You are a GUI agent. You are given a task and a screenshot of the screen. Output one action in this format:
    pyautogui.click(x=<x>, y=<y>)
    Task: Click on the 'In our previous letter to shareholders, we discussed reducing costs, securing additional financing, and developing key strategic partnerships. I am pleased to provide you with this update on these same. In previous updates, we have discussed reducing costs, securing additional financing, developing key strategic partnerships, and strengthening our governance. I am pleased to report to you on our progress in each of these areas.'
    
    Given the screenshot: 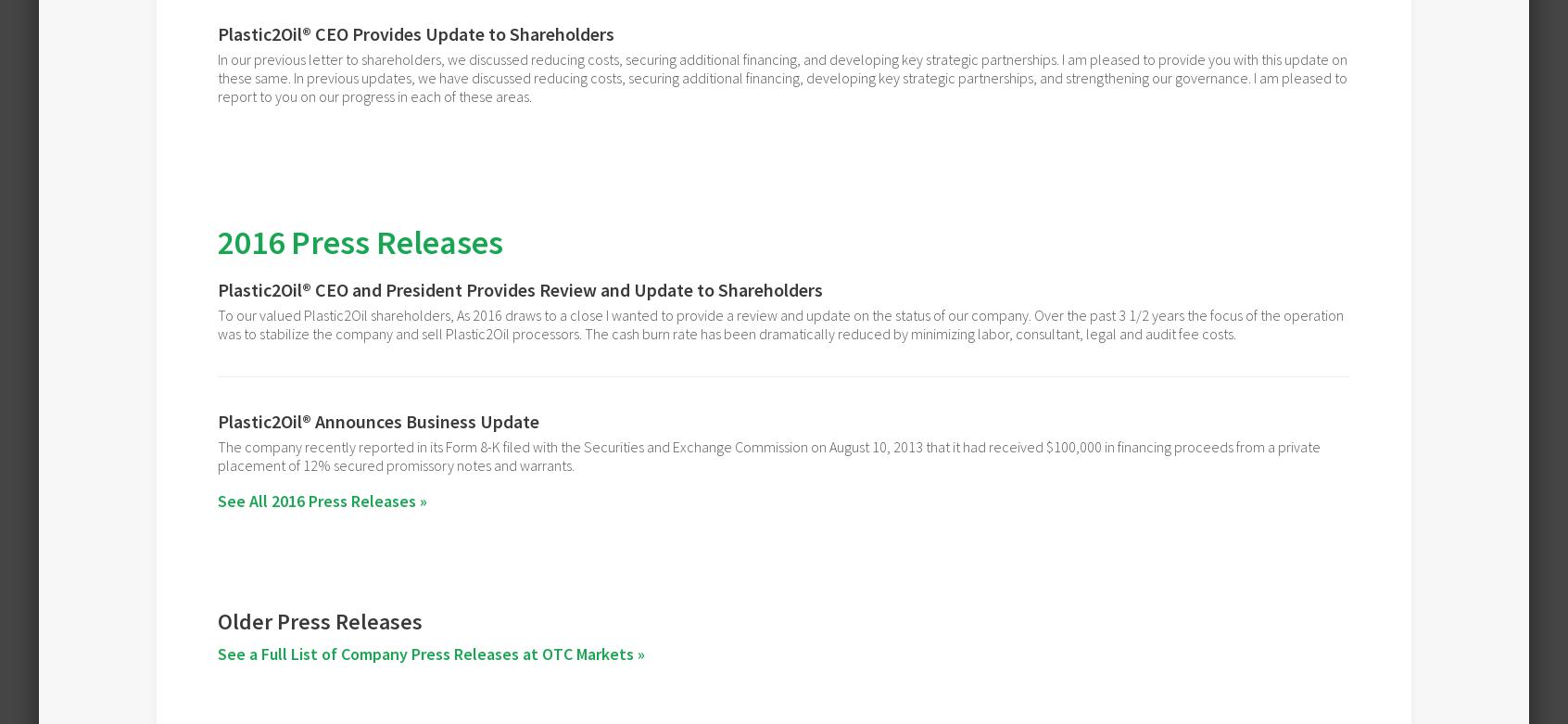 What is the action you would take?
    pyautogui.click(x=218, y=77)
    